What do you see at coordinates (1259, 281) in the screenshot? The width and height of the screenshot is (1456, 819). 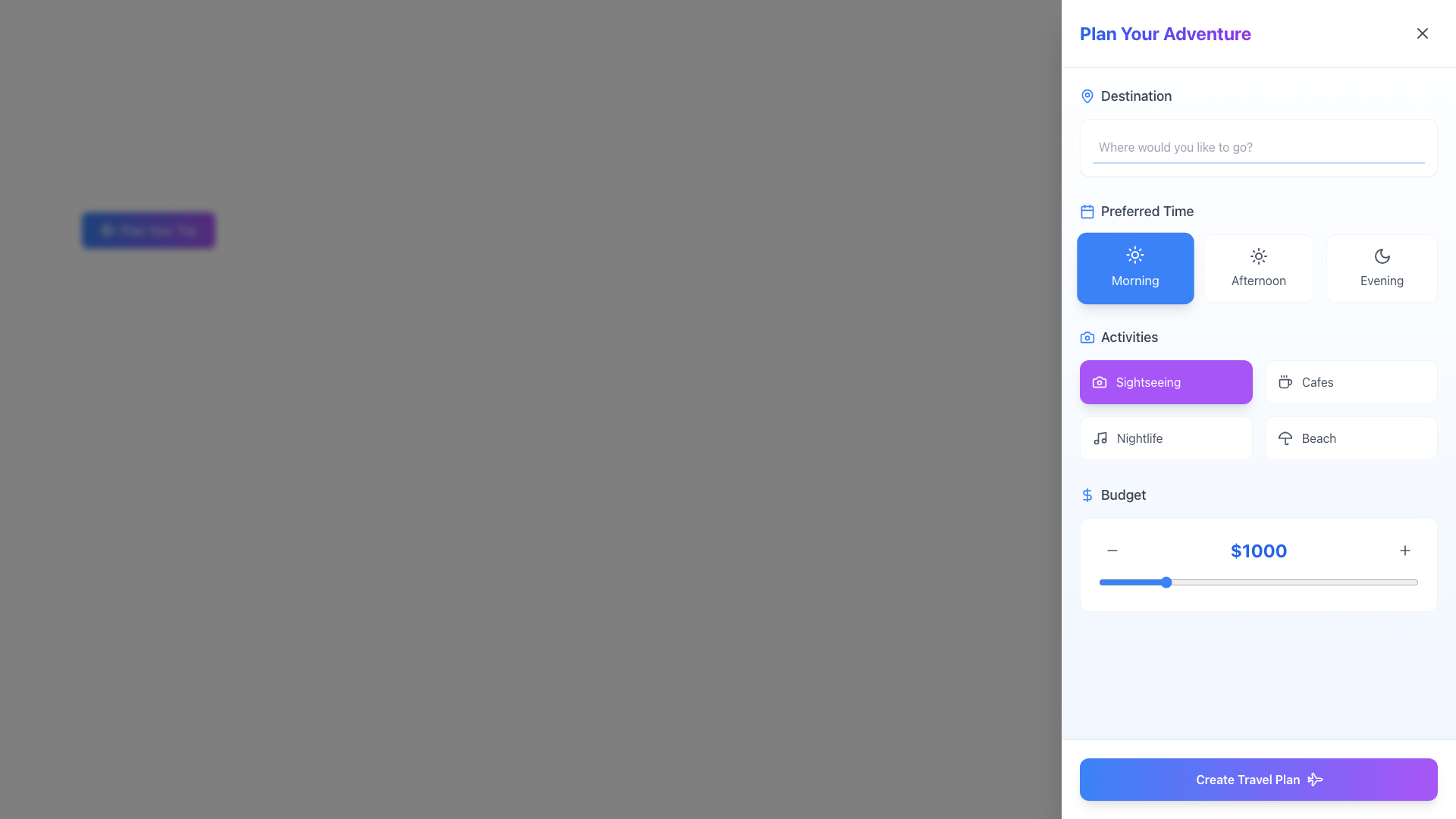 I see `the text label displaying 'Afternoon' located in the 'Preferred Time' section` at bounding box center [1259, 281].